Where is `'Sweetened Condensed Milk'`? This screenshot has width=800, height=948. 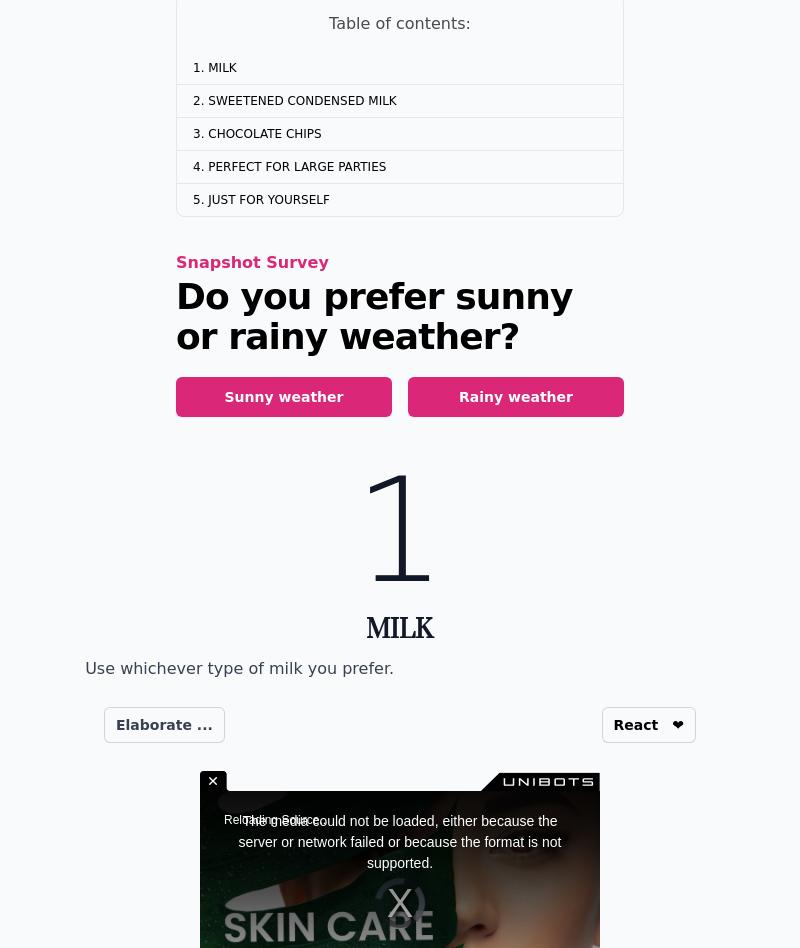 'Sweetened Condensed Milk' is located at coordinates (301, 100).